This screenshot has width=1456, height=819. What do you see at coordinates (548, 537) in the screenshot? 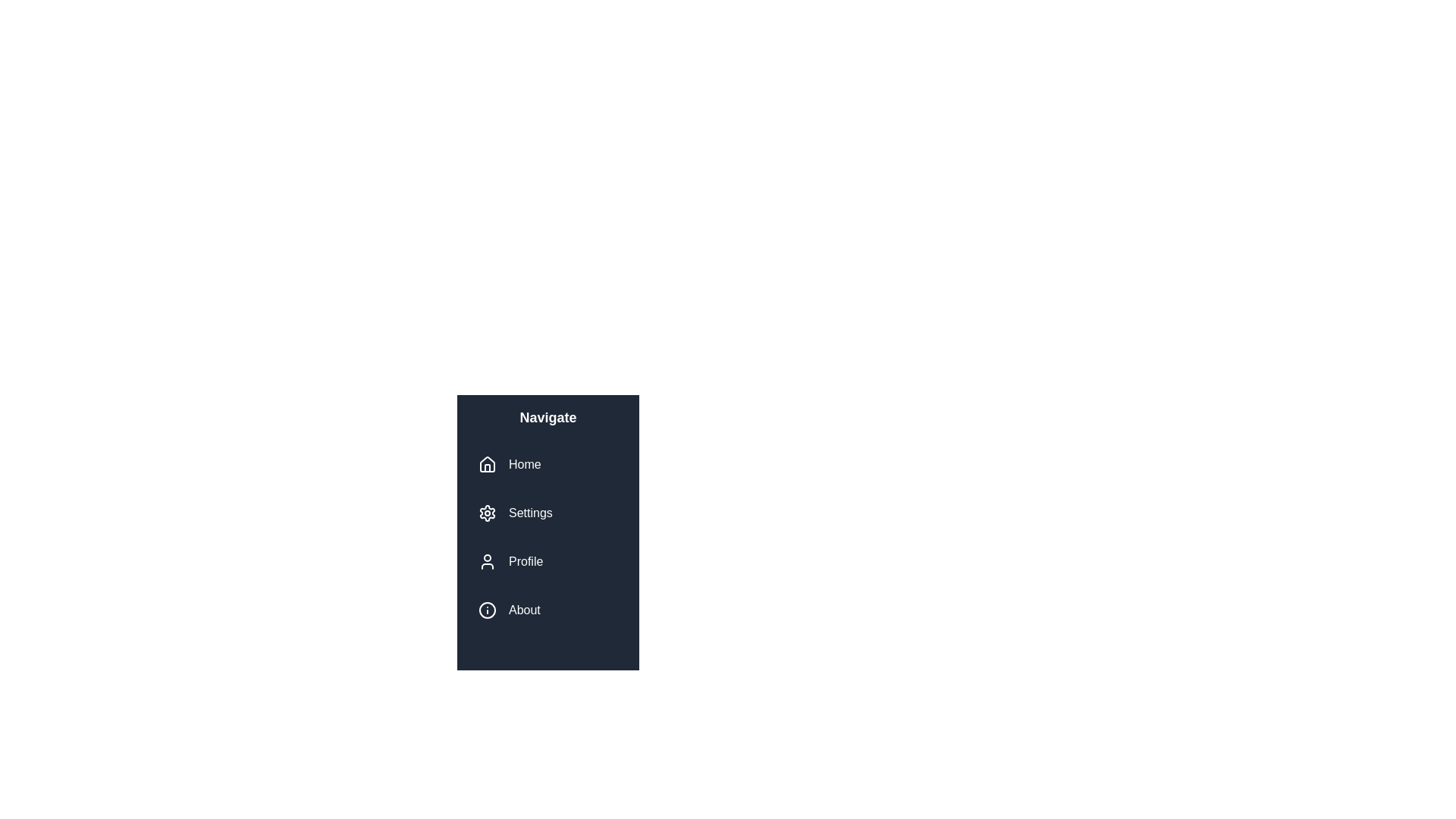
I see `the second sub-section of the 'Navigate' sidebar menu` at bounding box center [548, 537].